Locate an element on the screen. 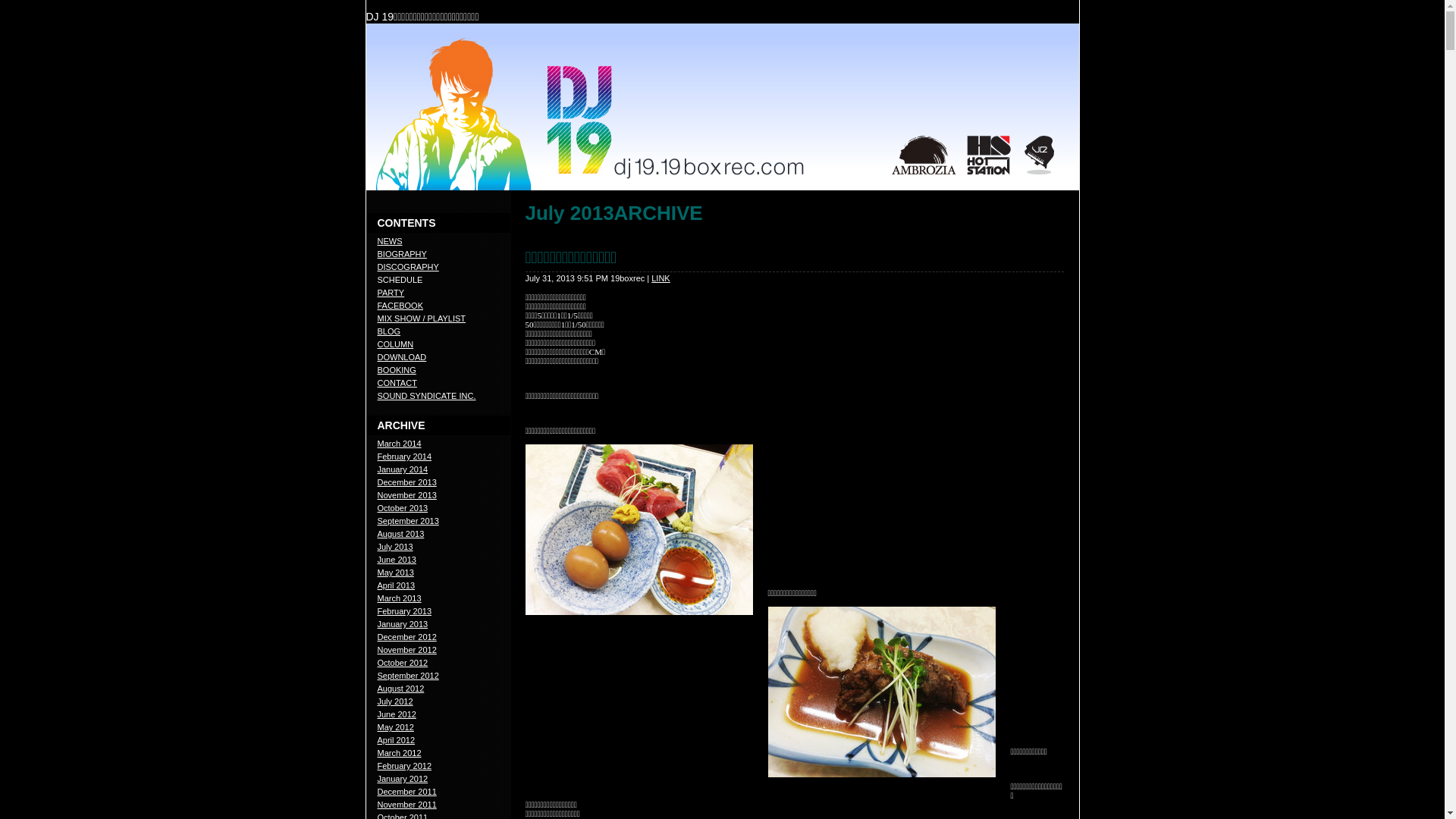 Image resolution: width=1456 pixels, height=819 pixels. 'August 2013' is located at coordinates (400, 533).